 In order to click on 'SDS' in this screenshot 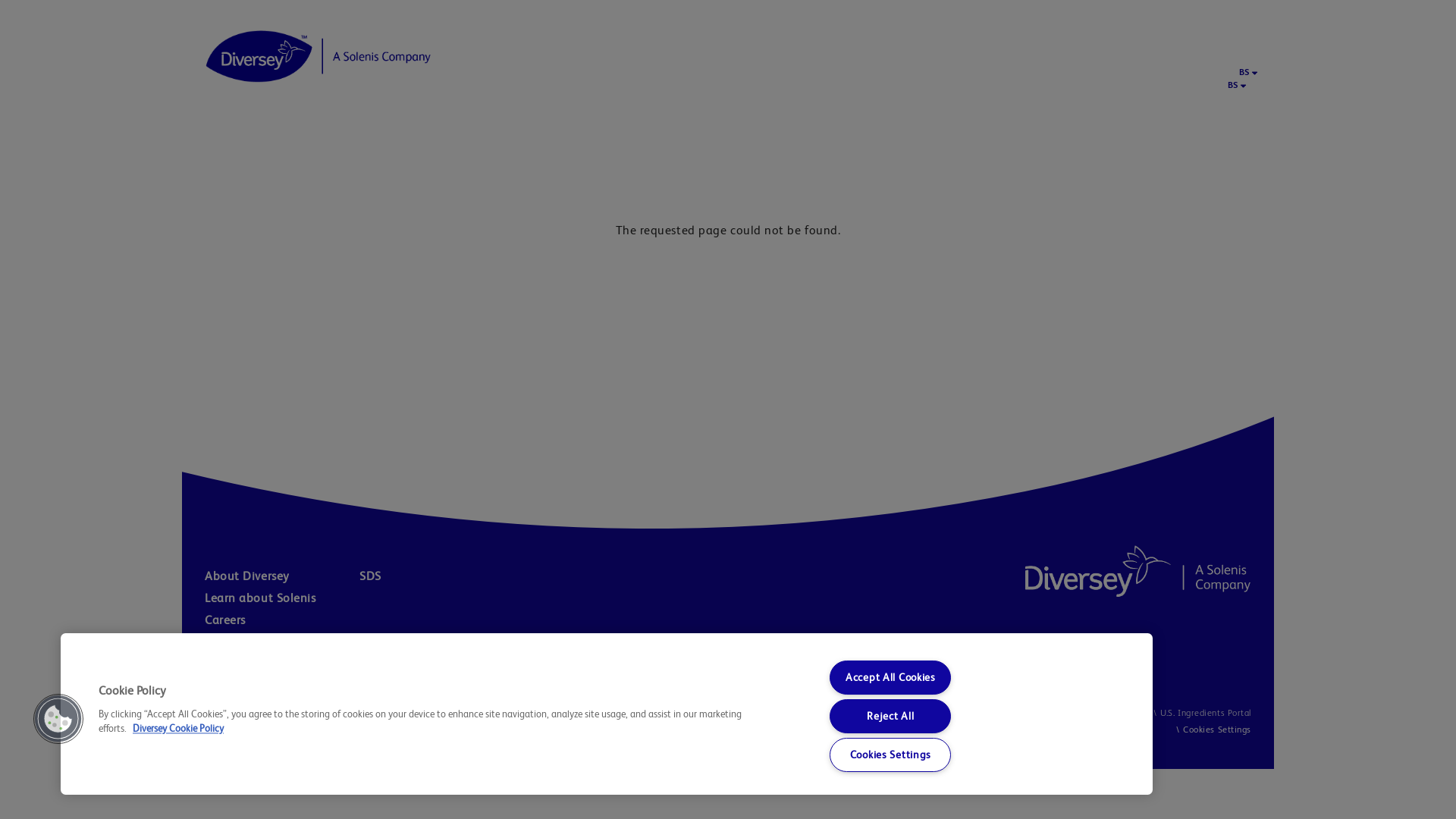, I will do `click(434, 576)`.